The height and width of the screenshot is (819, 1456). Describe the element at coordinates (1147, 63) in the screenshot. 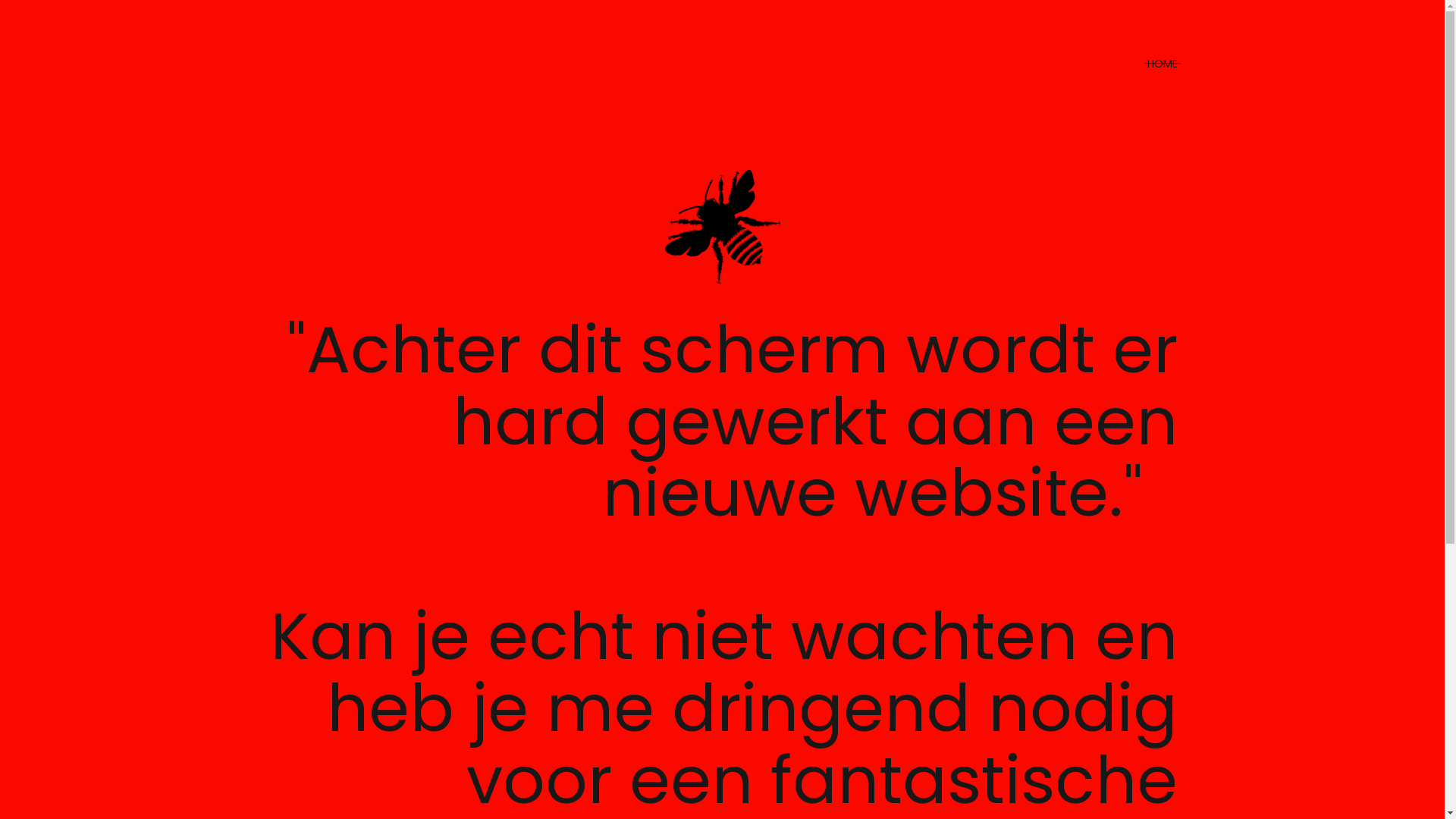

I see `'HOME'` at that location.